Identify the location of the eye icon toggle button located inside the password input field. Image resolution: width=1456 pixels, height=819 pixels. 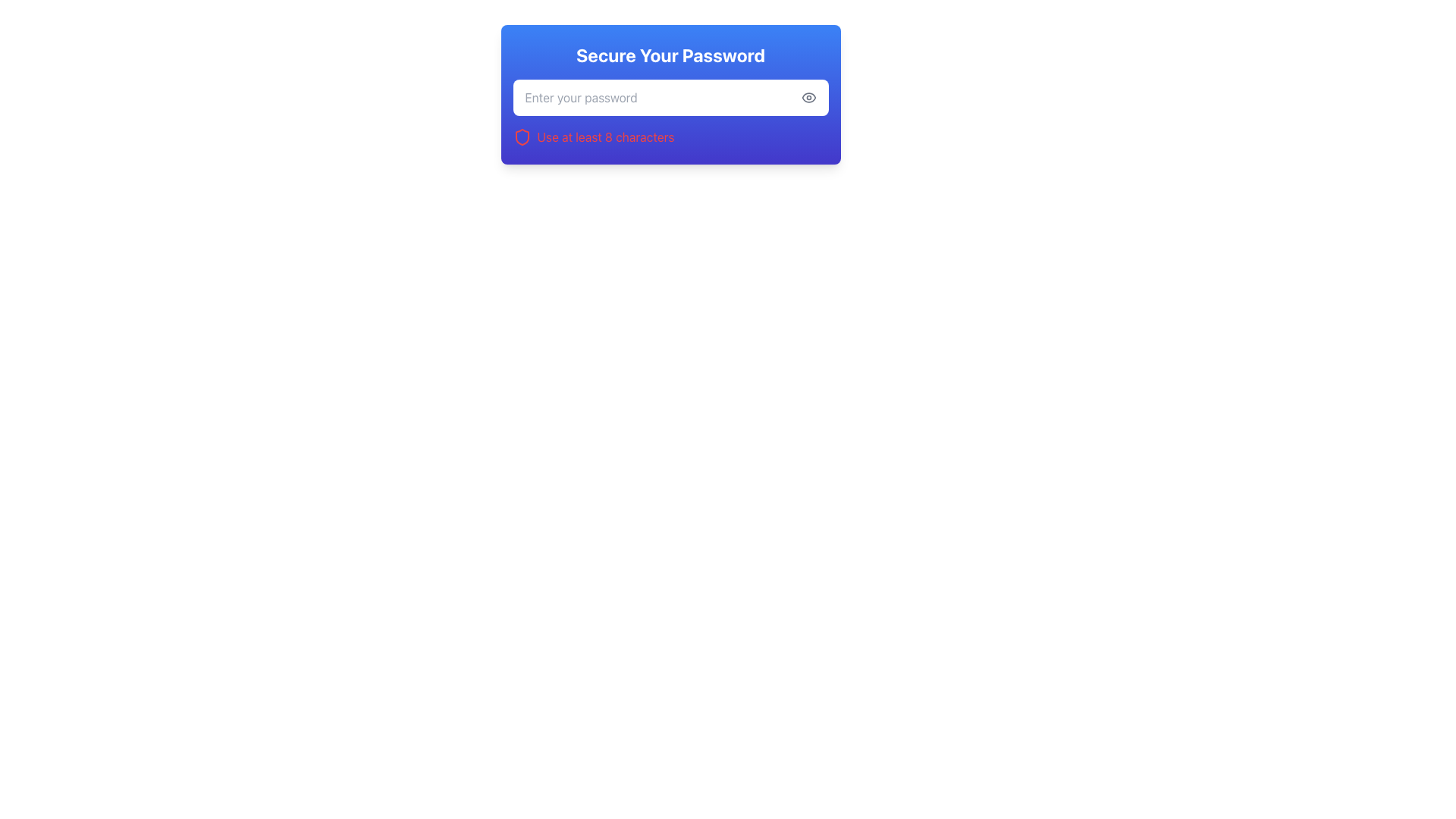
(808, 97).